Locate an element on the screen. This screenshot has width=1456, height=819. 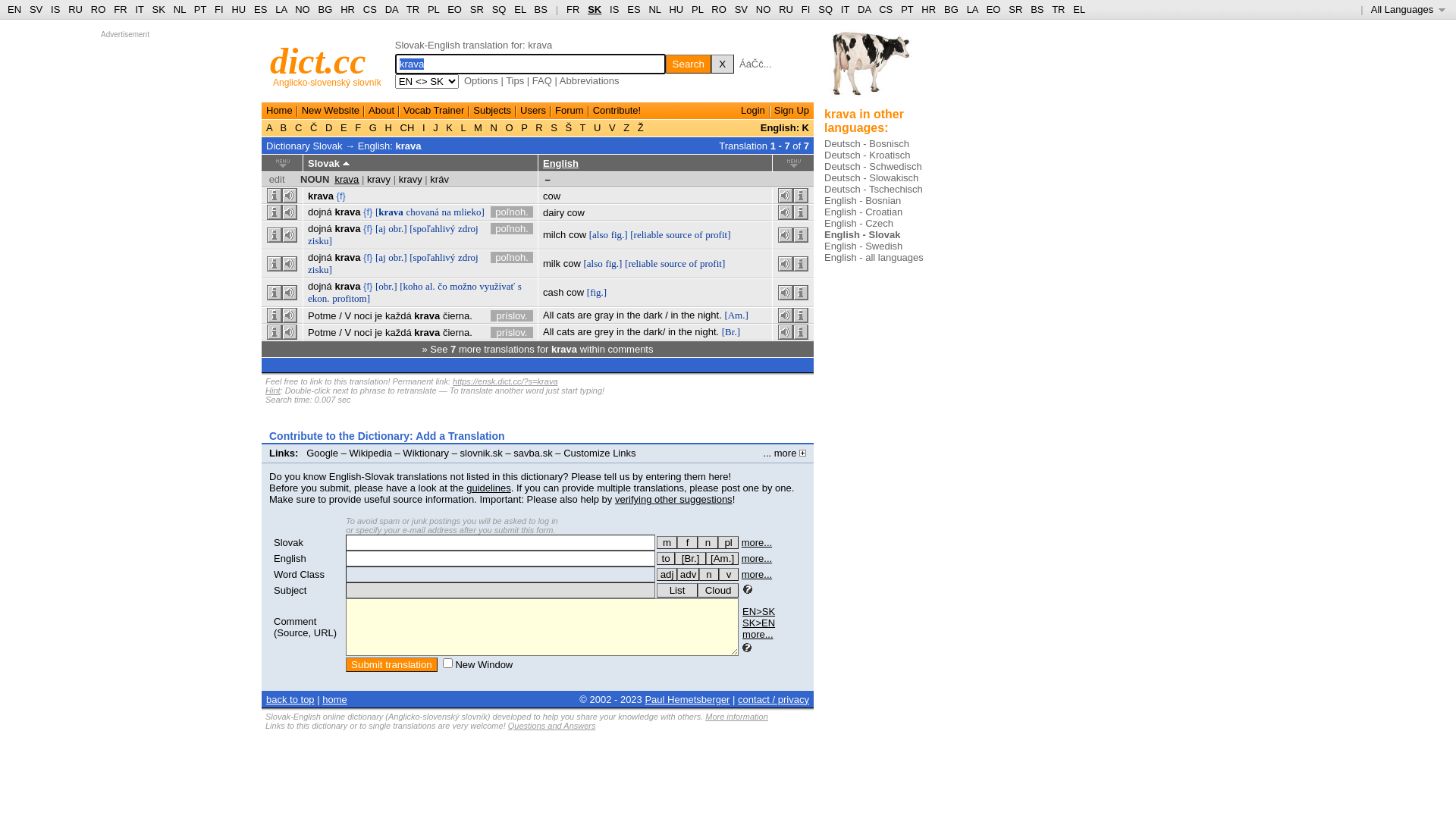
'Contribute!' is located at coordinates (617, 109).